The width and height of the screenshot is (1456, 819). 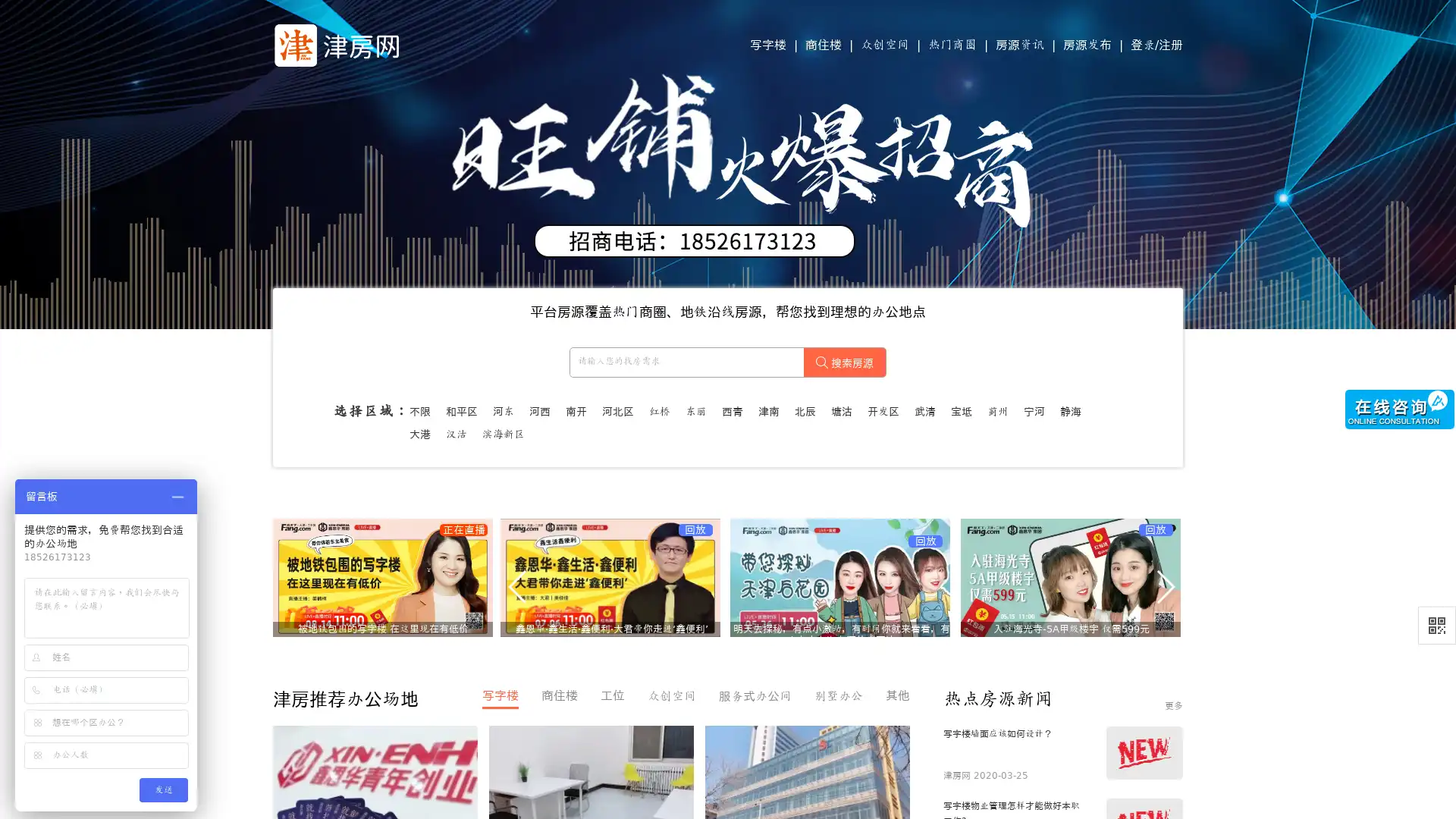 I want to click on Next slide, so click(x=1164, y=585).